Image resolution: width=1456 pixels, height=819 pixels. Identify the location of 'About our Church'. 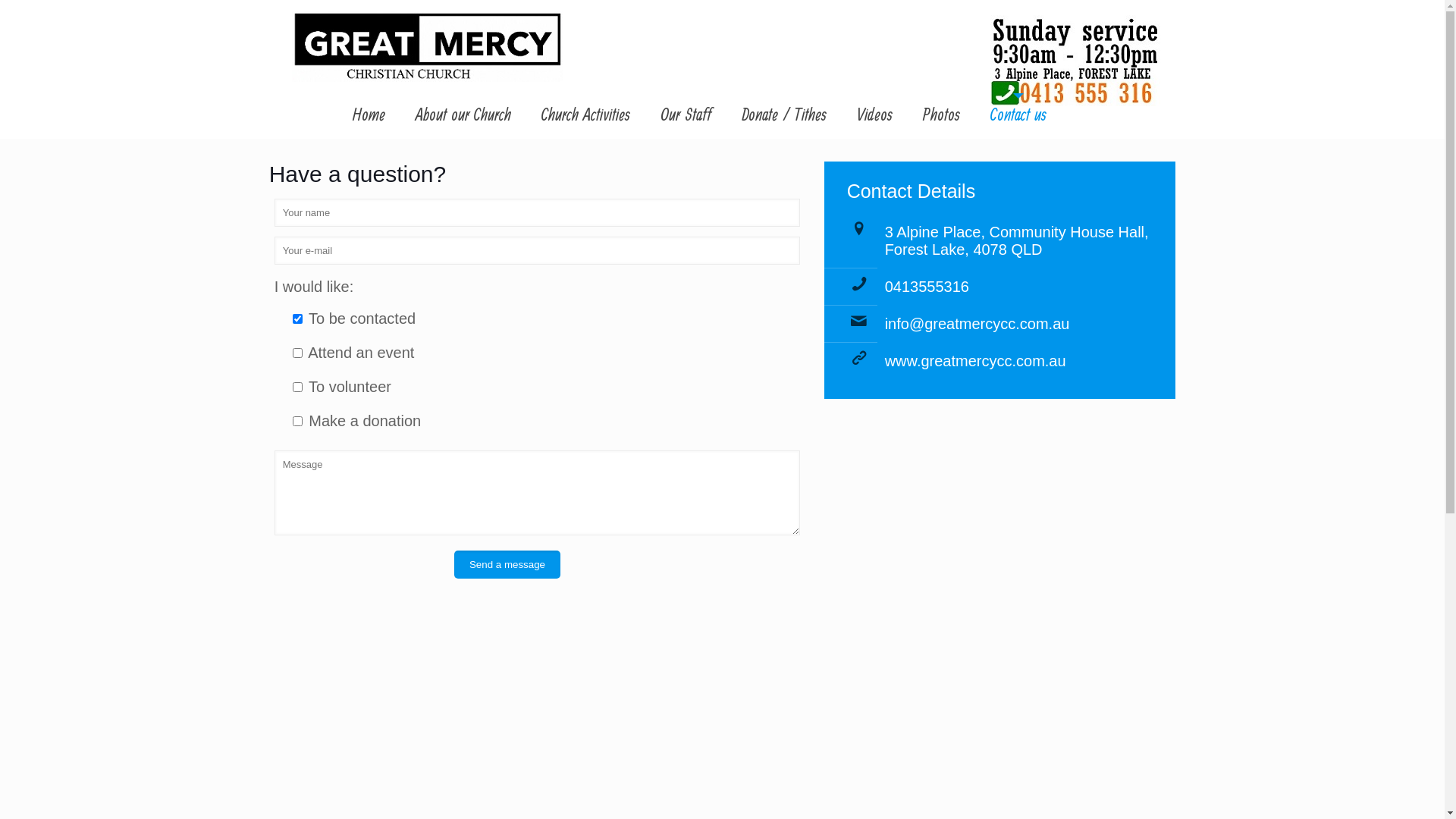
(462, 115).